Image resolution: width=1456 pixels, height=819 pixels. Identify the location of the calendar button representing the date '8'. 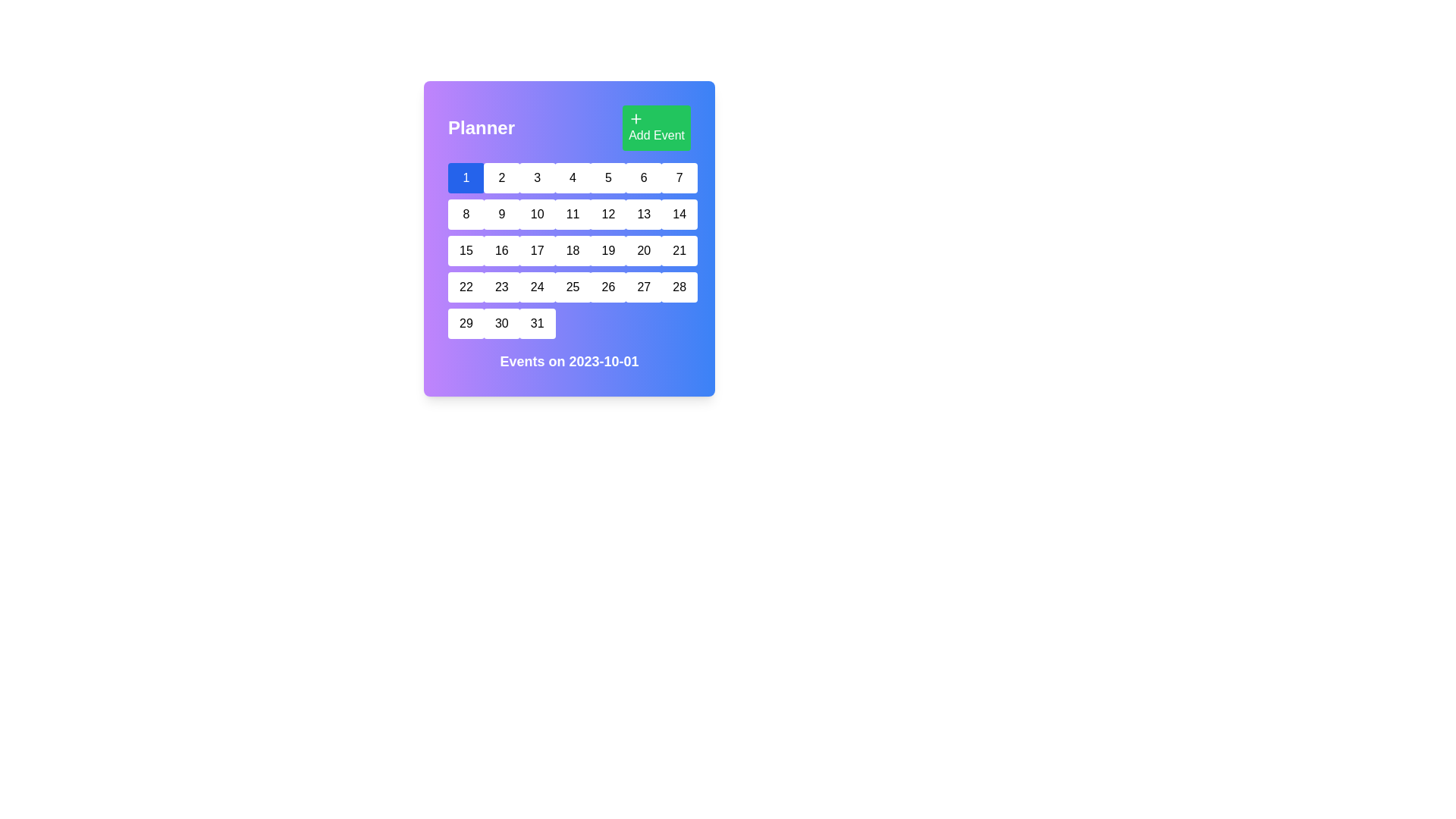
(465, 214).